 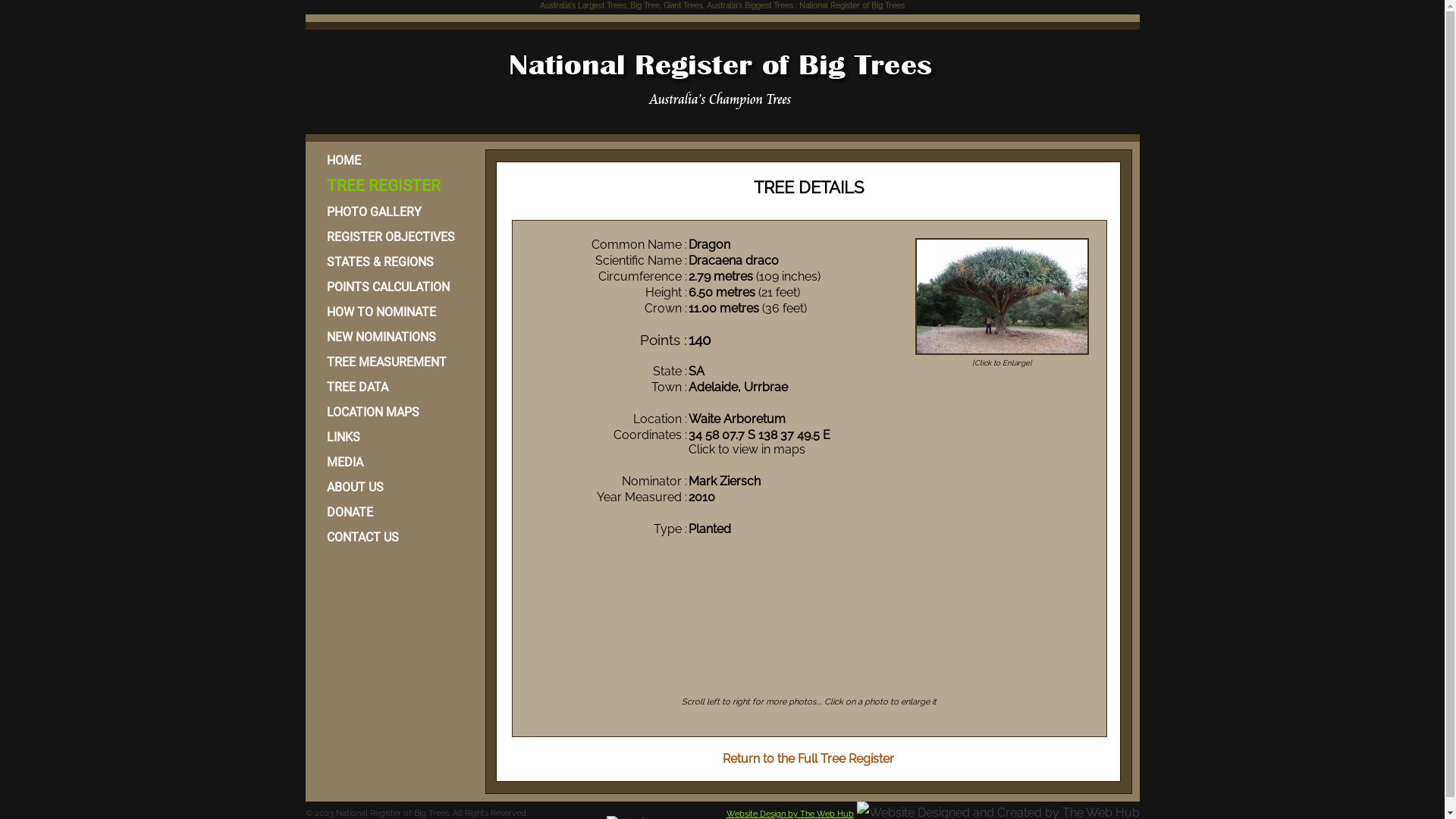 What do you see at coordinates (312, 461) in the screenshot?
I see `'MEDIA'` at bounding box center [312, 461].